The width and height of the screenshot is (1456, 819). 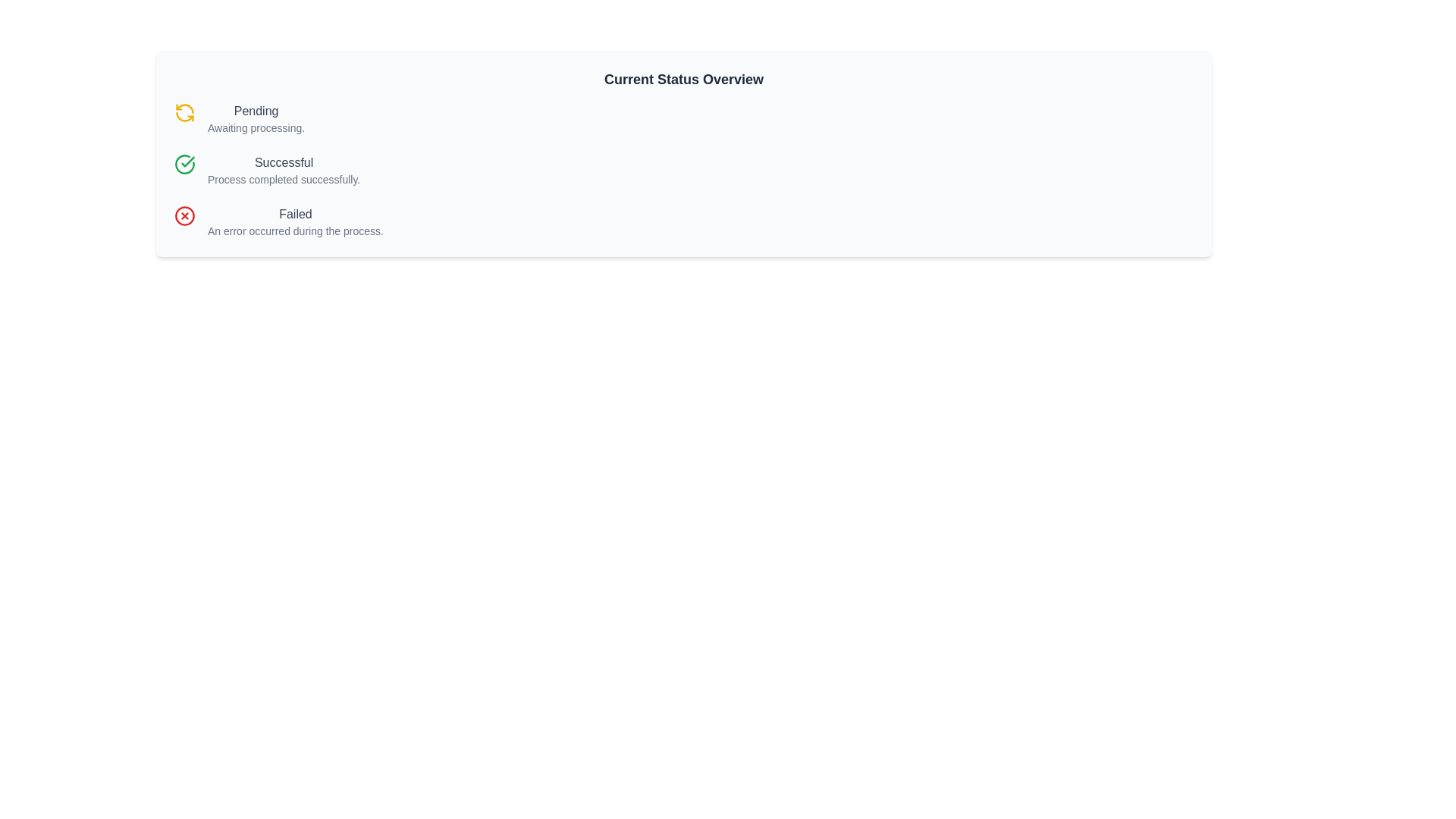 What do you see at coordinates (256, 110) in the screenshot?
I see `the status label indicating the current processing state located in the top-left section of the main content area, above the text block stating 'Awaiting processing'` at bounding box center [256, 110].